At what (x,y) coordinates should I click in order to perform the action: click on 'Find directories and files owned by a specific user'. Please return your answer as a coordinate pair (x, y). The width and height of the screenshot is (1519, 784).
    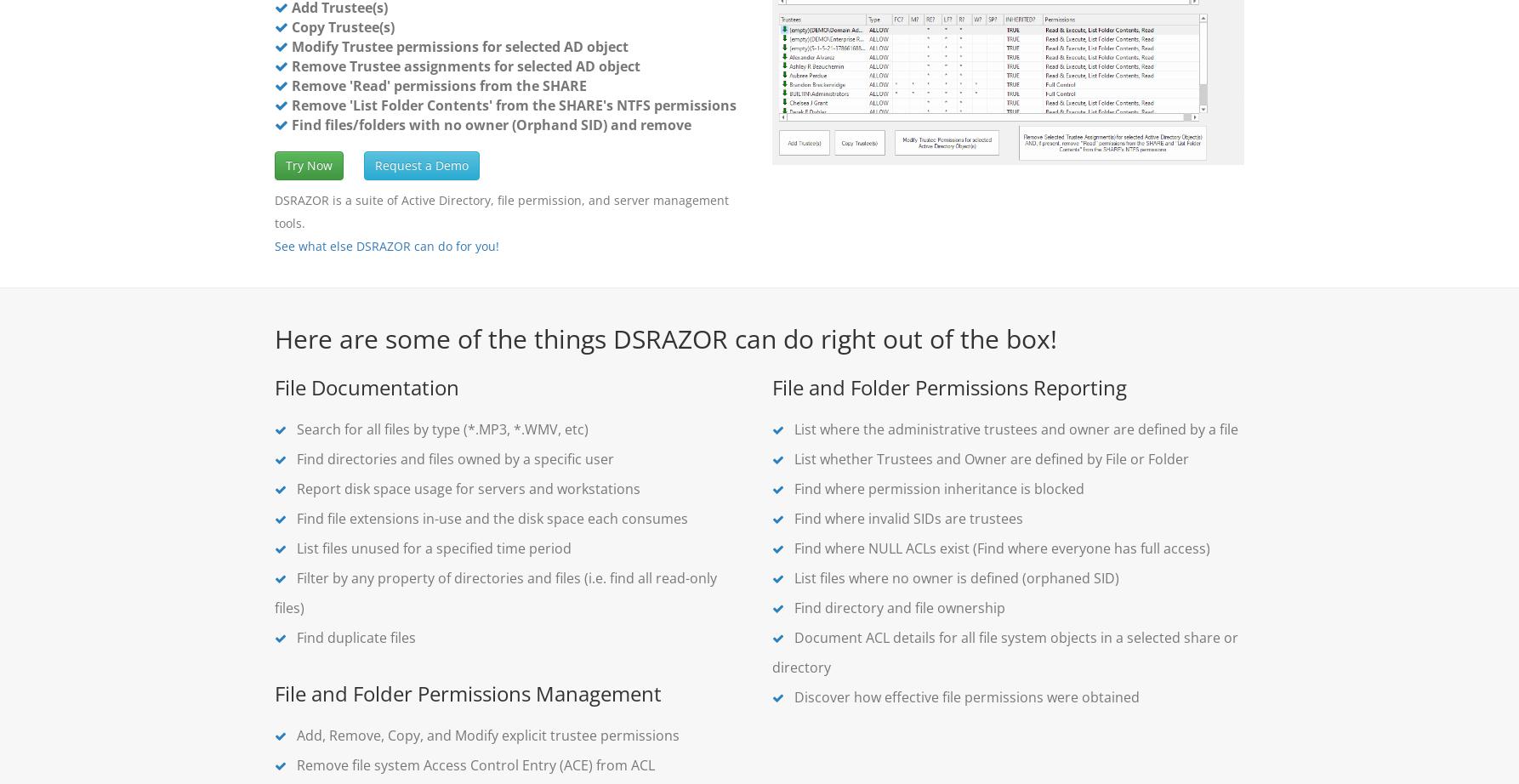
    Looking at the image, I should click on (452, 459).